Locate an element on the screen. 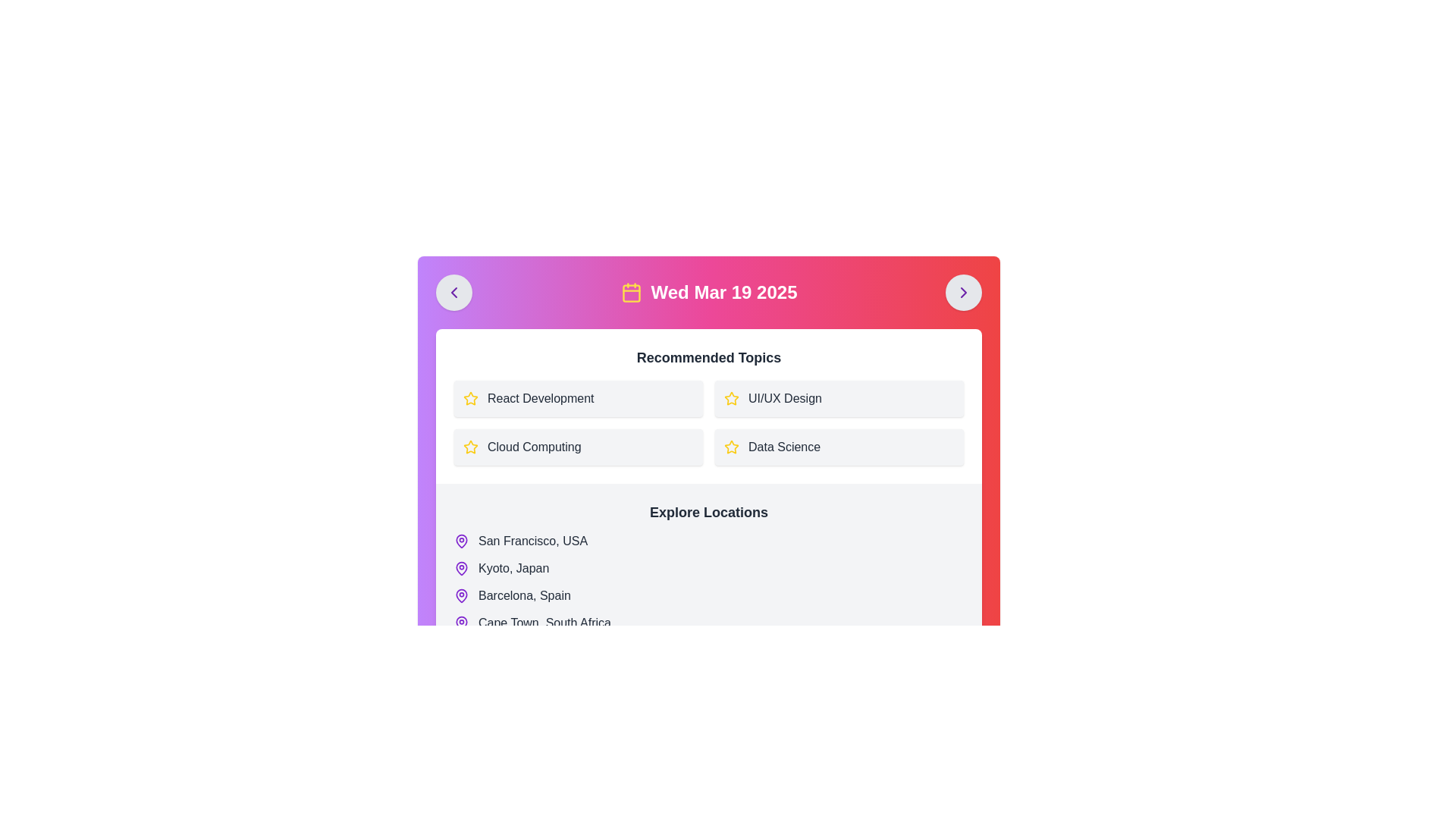  the 'Data Science' text label located in the bottom-right position of the recommended topics grid is located at coordinates (784, 447).